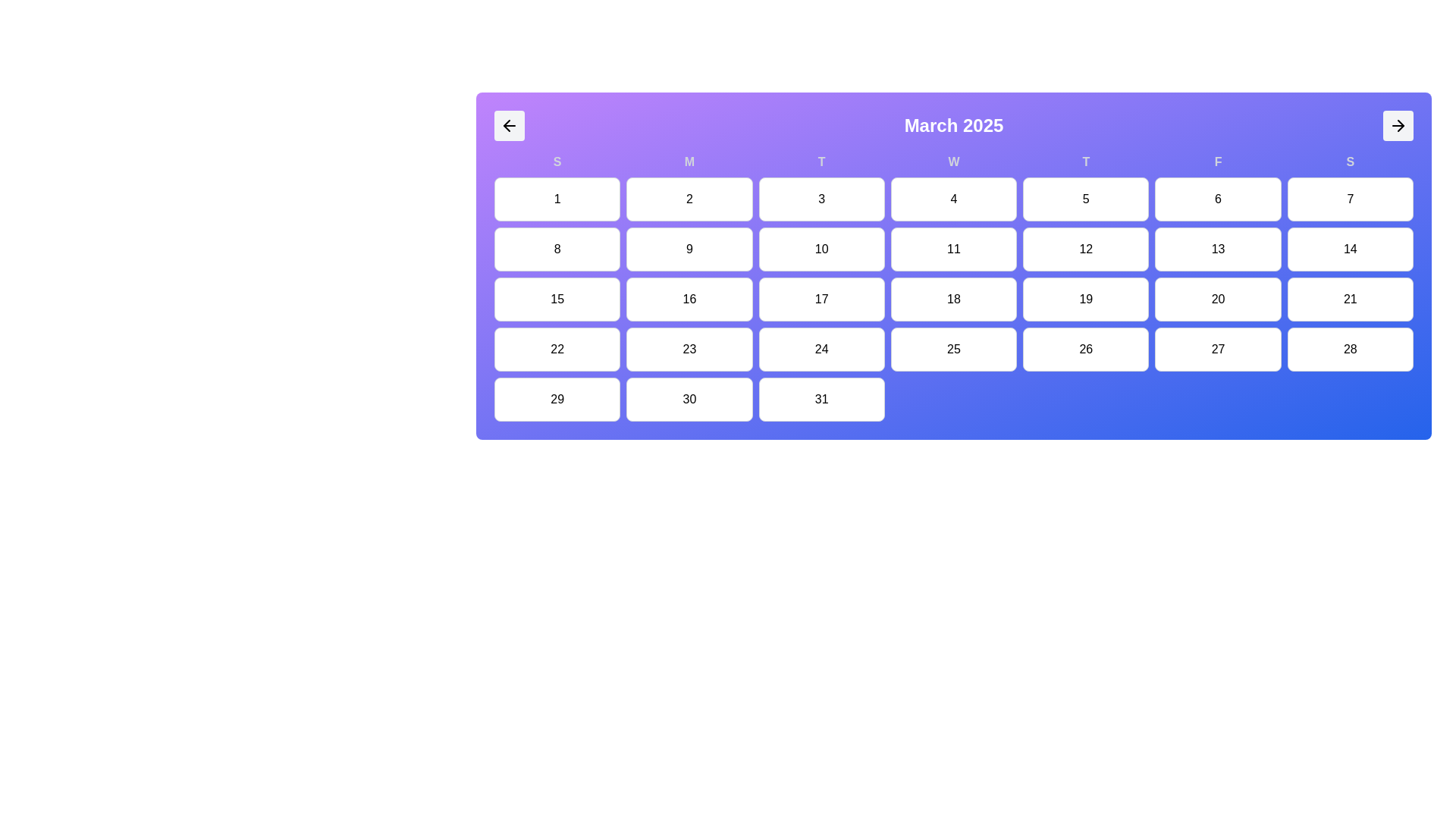 The height and width of the screenshot is (819, 1456). Describe the element at coordinates (821, 350) in the screenshot. I see `the button displaying '24' in the calendar grid` at that location.